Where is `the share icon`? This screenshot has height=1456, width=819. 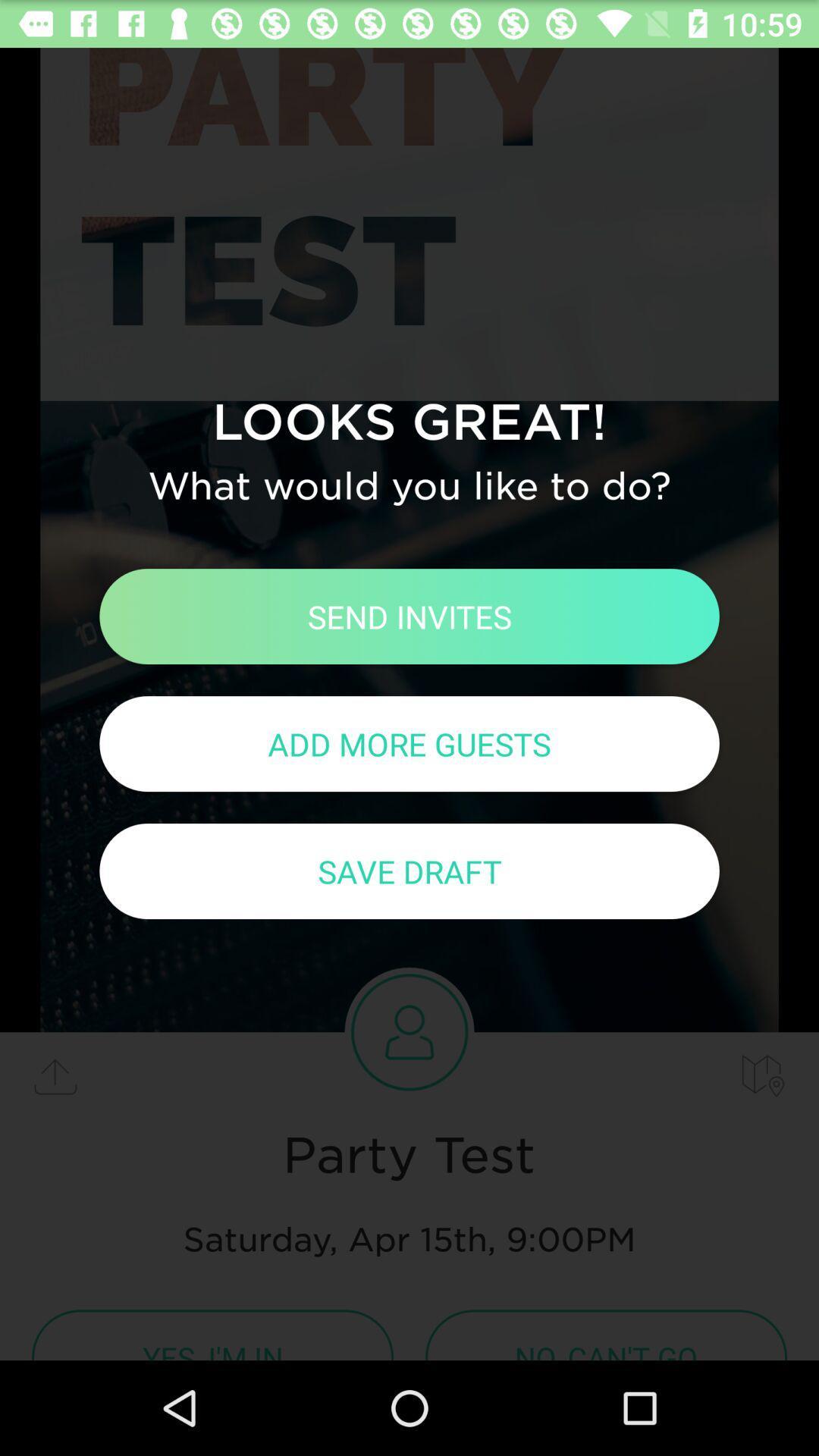
the share icon is located at coordinates (55, 1075).